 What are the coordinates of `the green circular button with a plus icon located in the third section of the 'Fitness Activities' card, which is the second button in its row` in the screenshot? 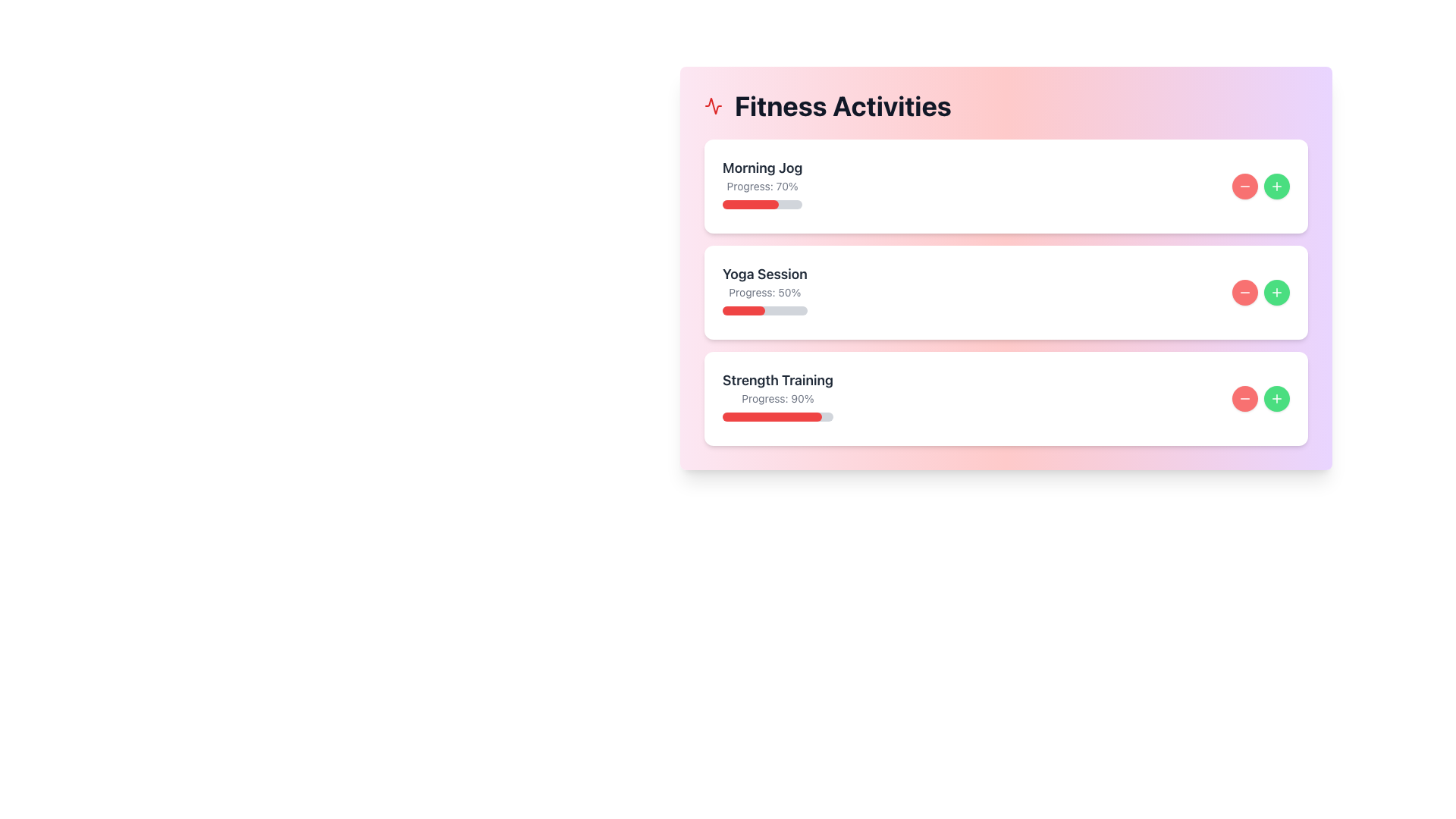 It's located at (1276, 292).